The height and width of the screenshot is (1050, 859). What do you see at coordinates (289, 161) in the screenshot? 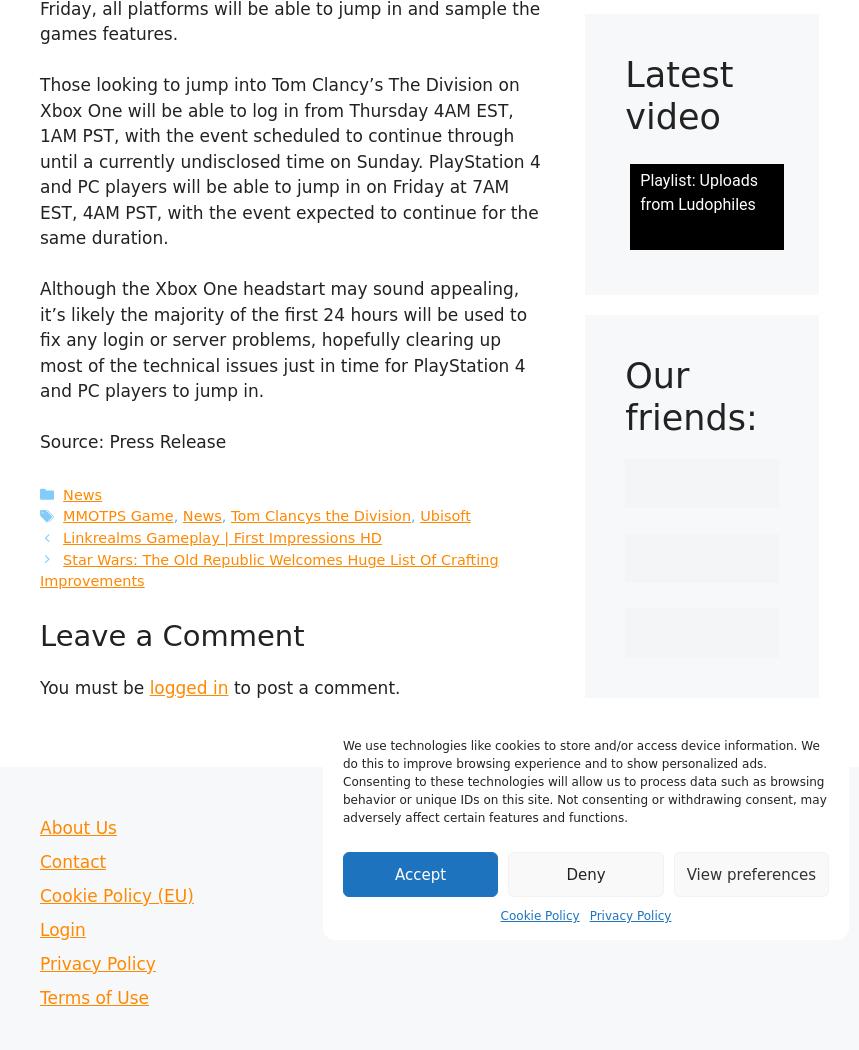
I see `'Those looking to jump into Tom Clancy’s The Division on Xbox One will be able to log in from Thursday 4AM EST, 1AM PST, with the event scheduled to continue through until a currently undisclosed time on Sunday. PlayStation 4 and PC players will be able to jump in on Friday at 7AM EST, 4AM PST, with the event expected to continue for the same duration.'` at bounding box center [289, 161].